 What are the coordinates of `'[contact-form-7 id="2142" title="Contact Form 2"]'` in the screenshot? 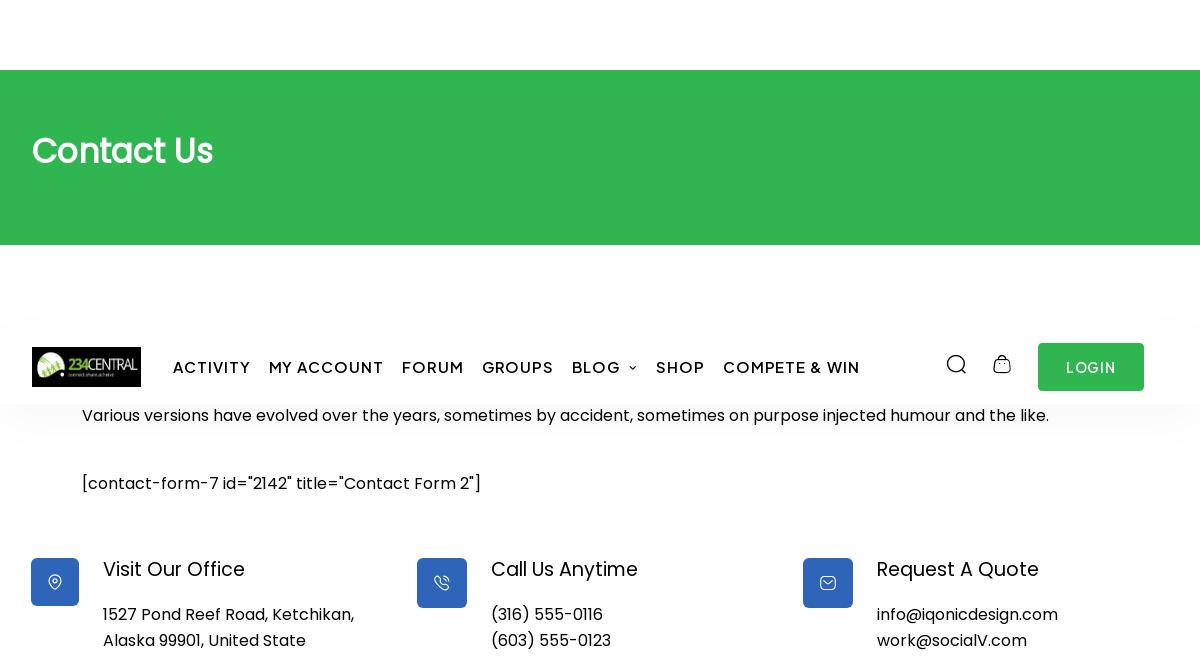 It's located at (280, 152).